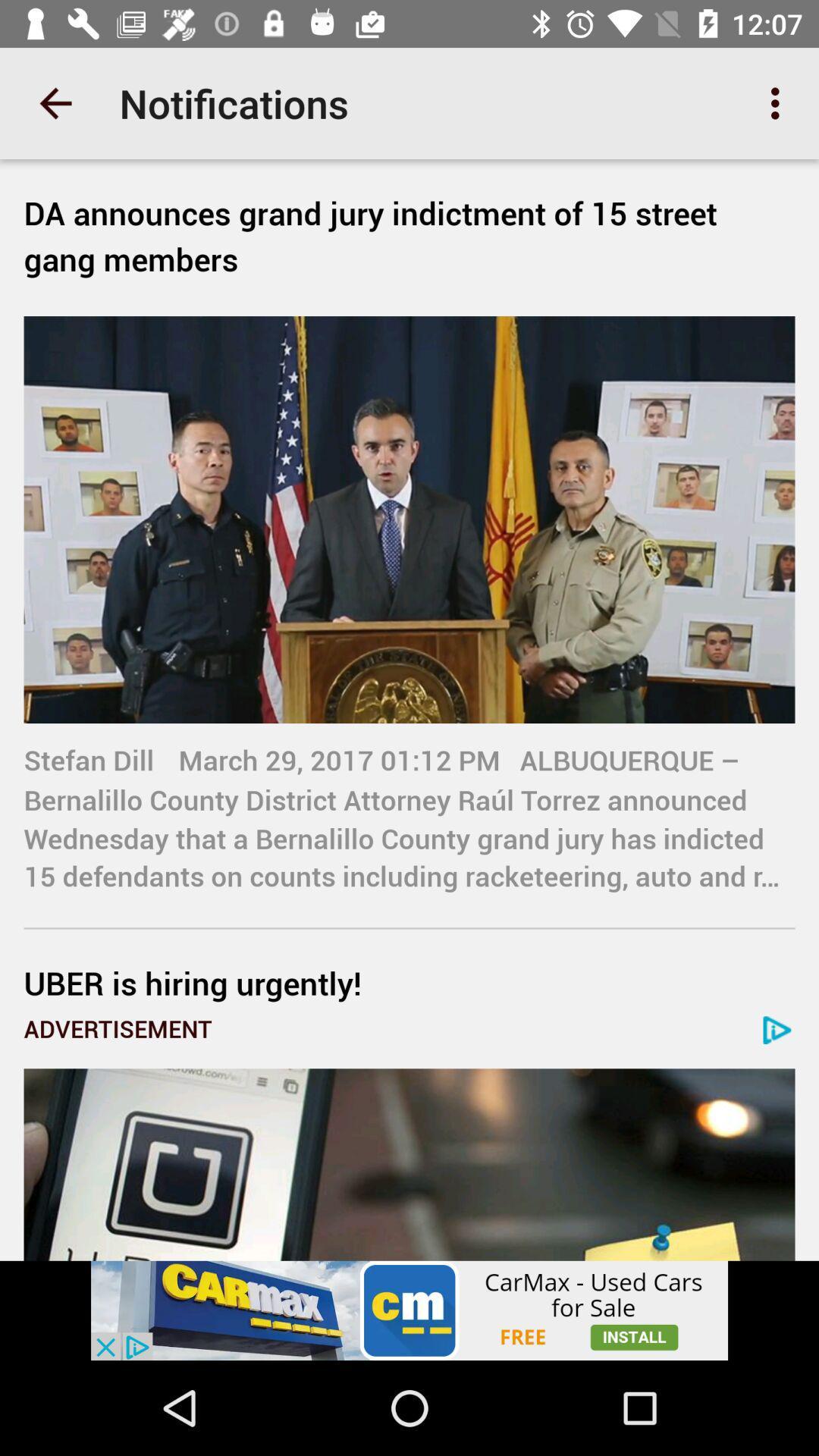  I want to click on open advertisement, so click(409, 1164).